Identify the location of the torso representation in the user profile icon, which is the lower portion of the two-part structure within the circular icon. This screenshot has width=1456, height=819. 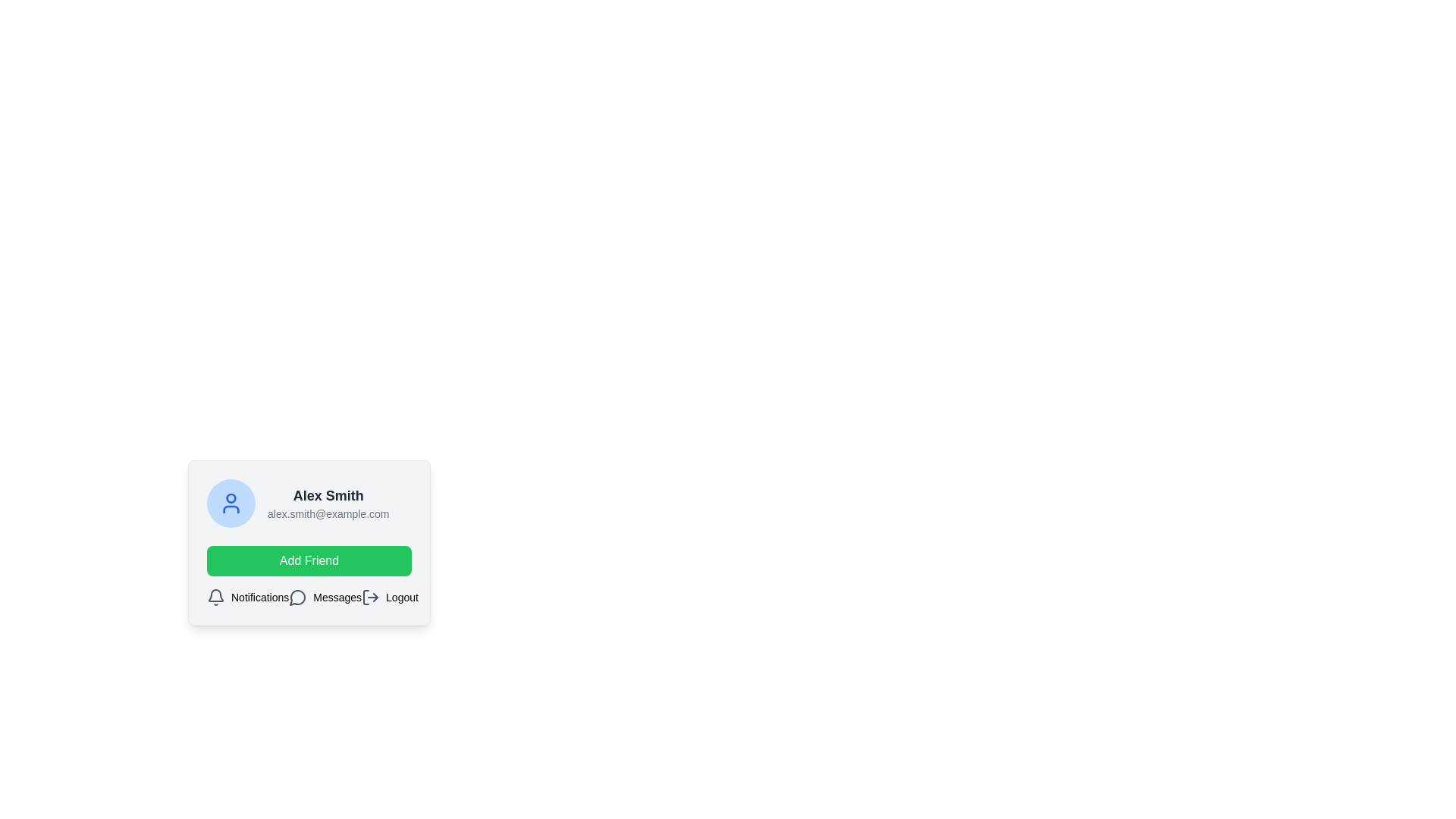
(231, 509).